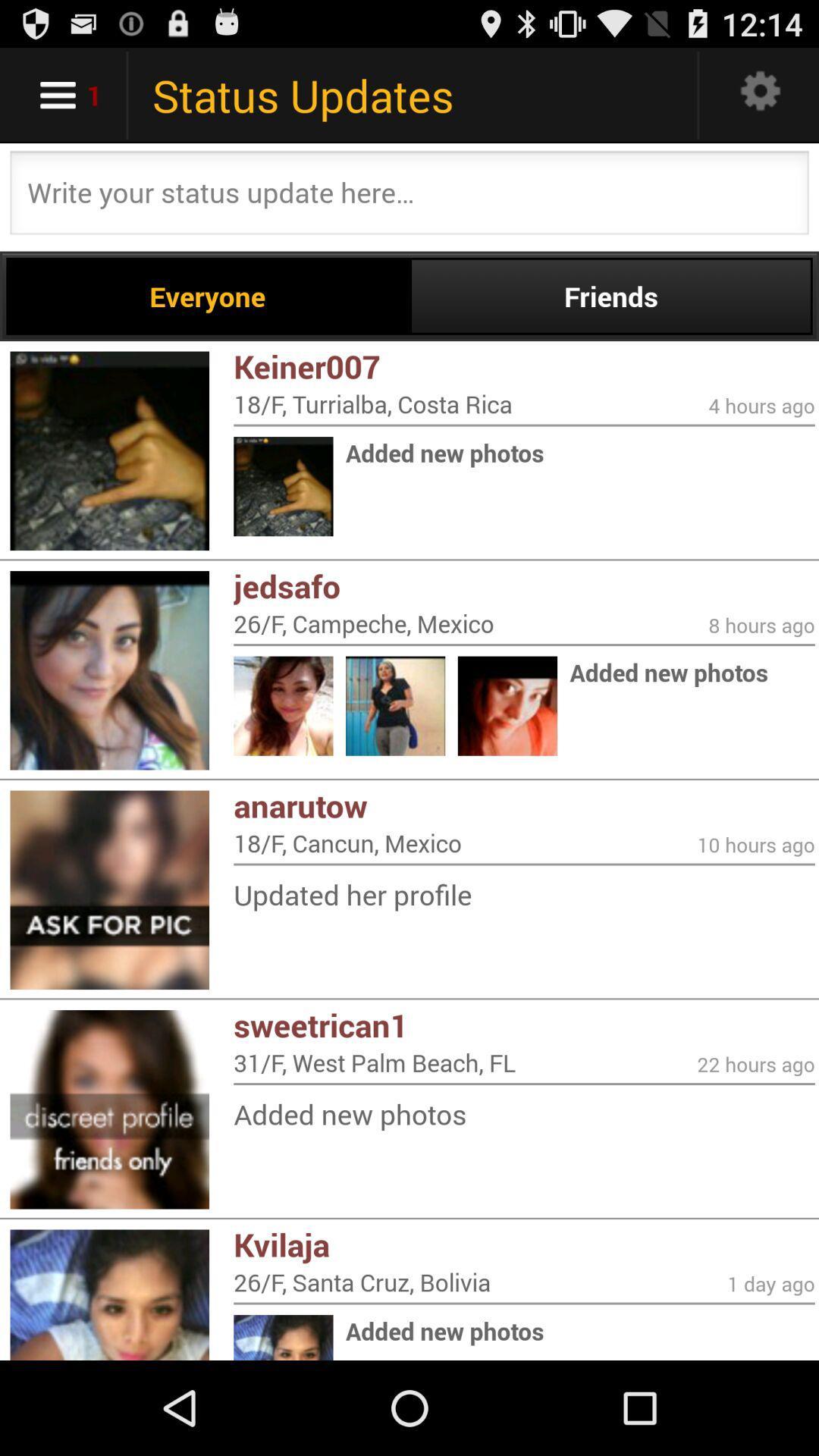 The width and height of the screenshot is (819, 1456). I want to click on updated her profile item, so click(523, 894).